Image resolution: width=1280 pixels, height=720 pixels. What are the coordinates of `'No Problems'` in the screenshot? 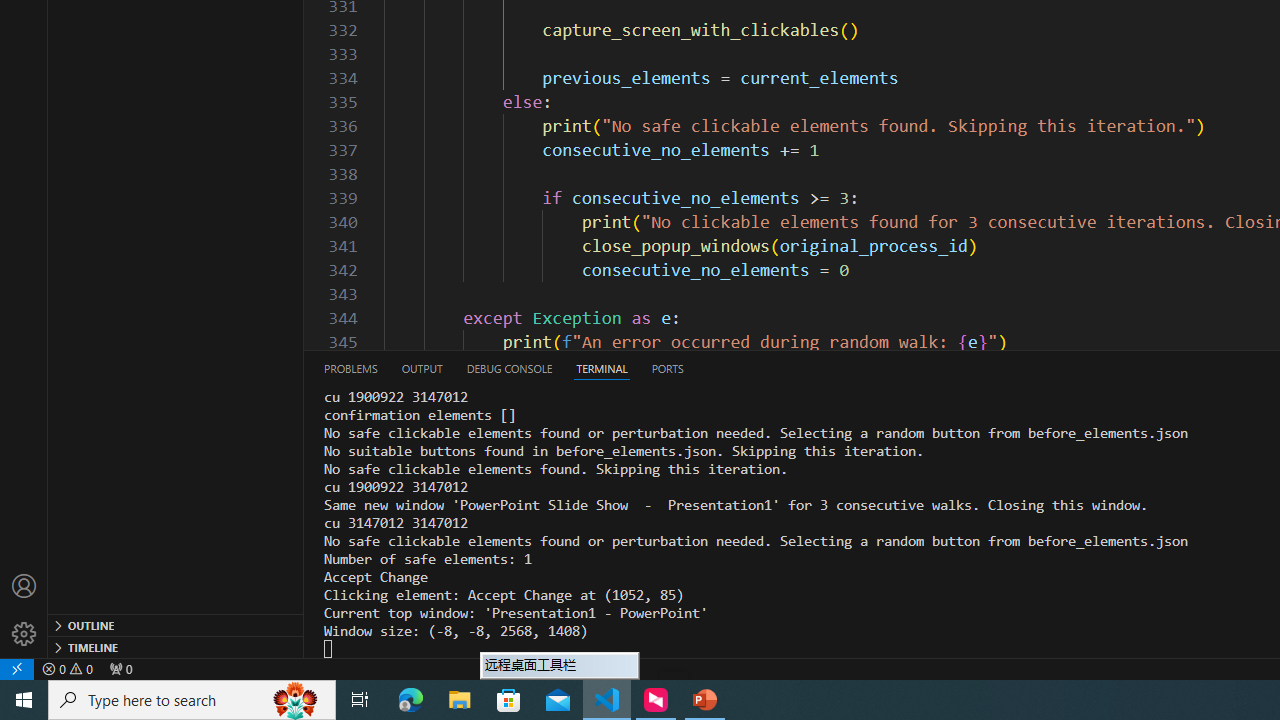 It's located at (67, 668).